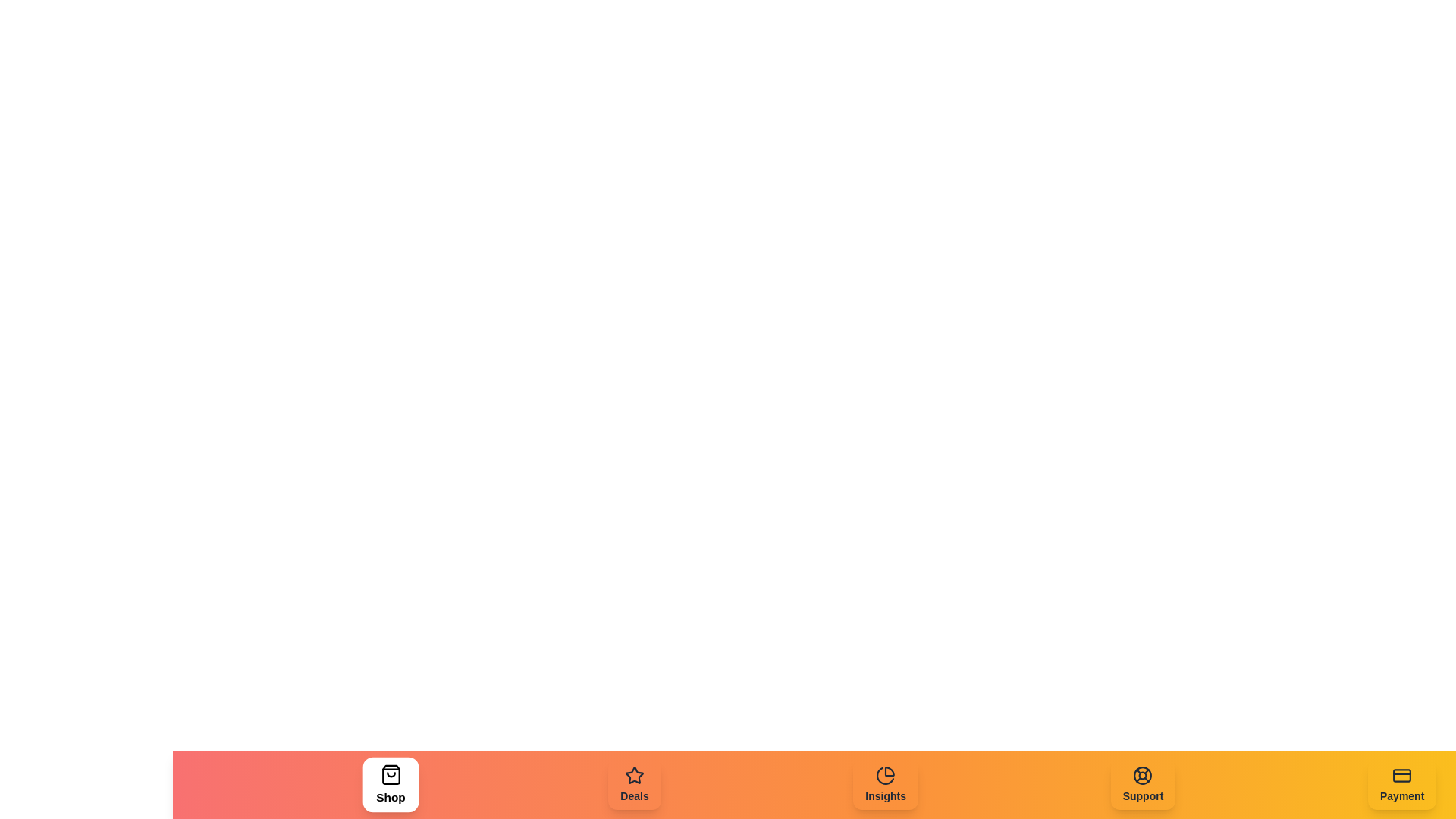 Image resolution: width=1456 pixels, height=819 pixels. Describe the element at coordinates (634, 784) in the screenshot. I see `the Deals element in the navigation bar` at that location.